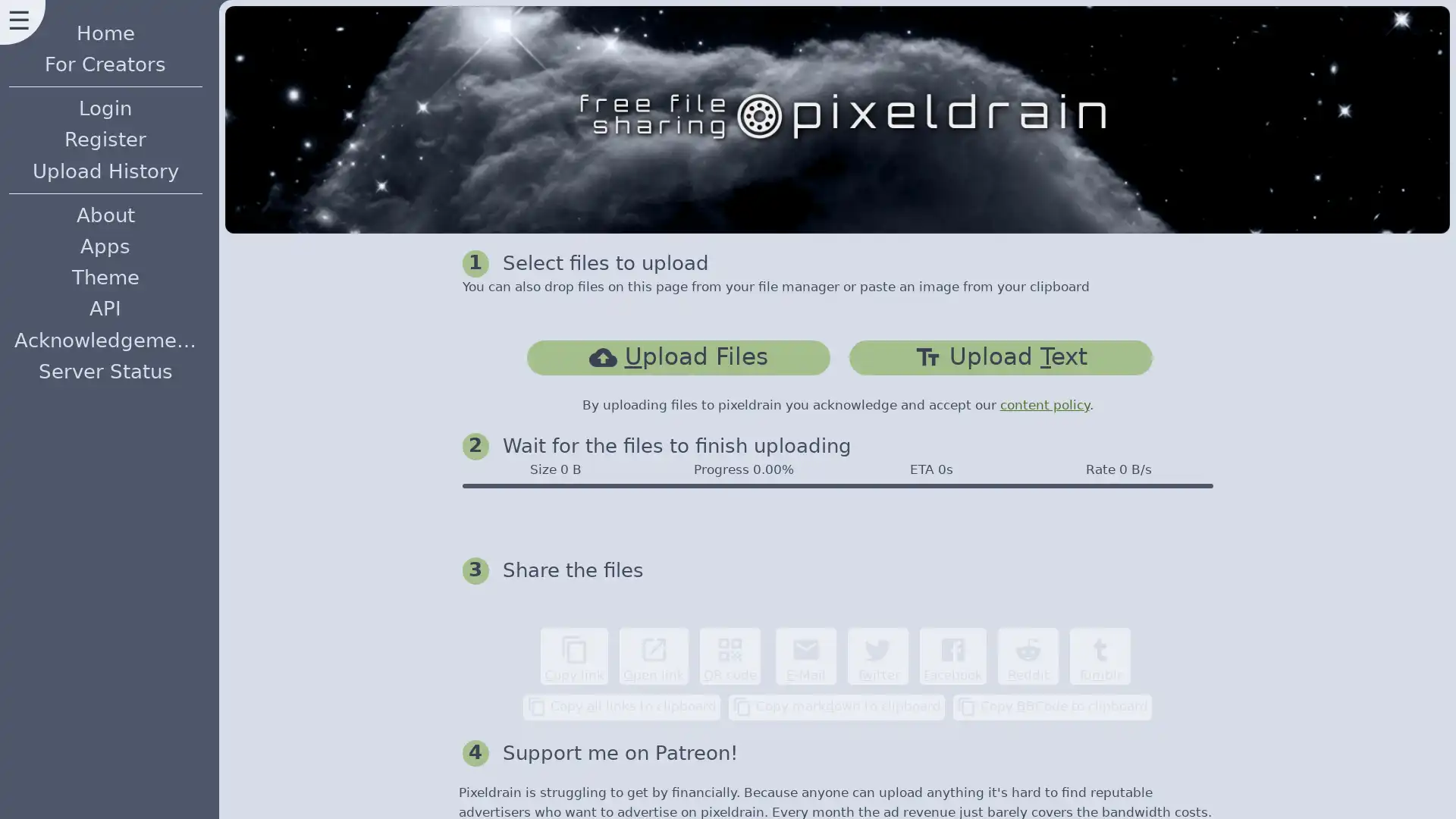 This screenshot has height=819, width=1456. What do you see at coordinates (730, 655) in the screenshot?
I see `qr_code QR code` at bounding box center [730, 655].